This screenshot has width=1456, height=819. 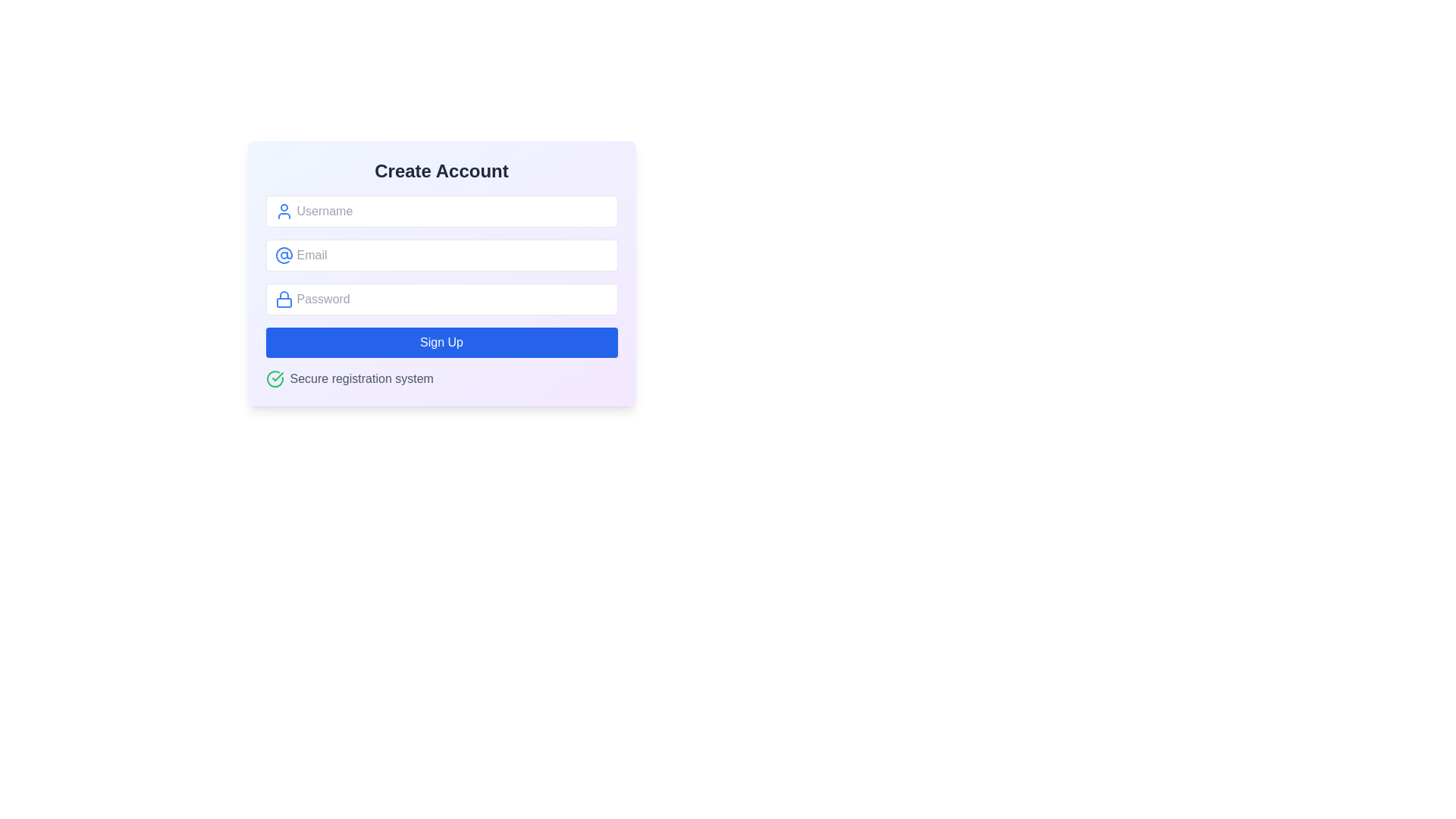 What do you see at coordinates (441, 342) in the screenshot?
I see `the 'Sign Up' button with a vibrant blue background and white text` at bounding box center [441, 342].